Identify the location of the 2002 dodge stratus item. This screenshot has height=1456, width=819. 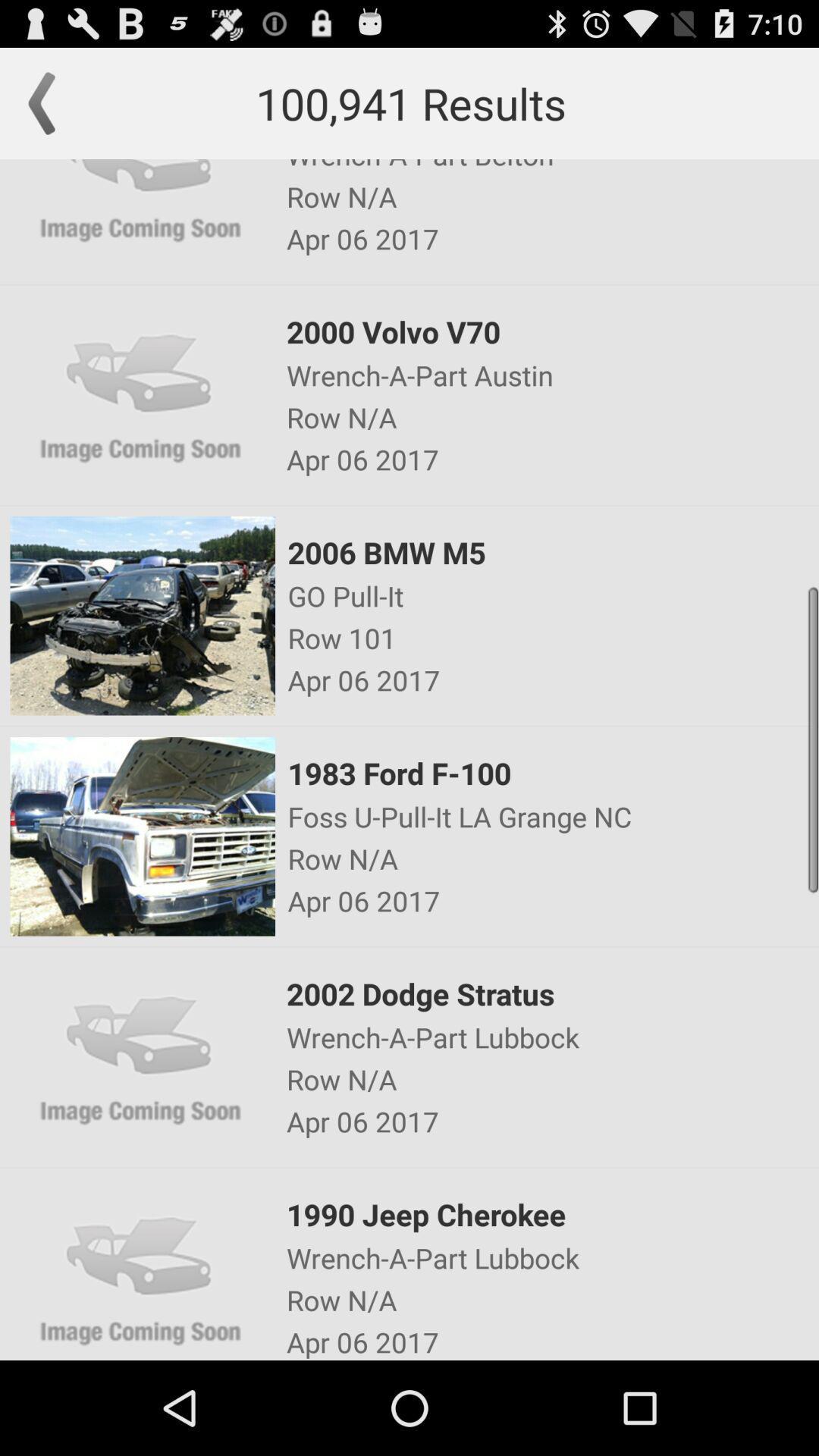
(551, 993).